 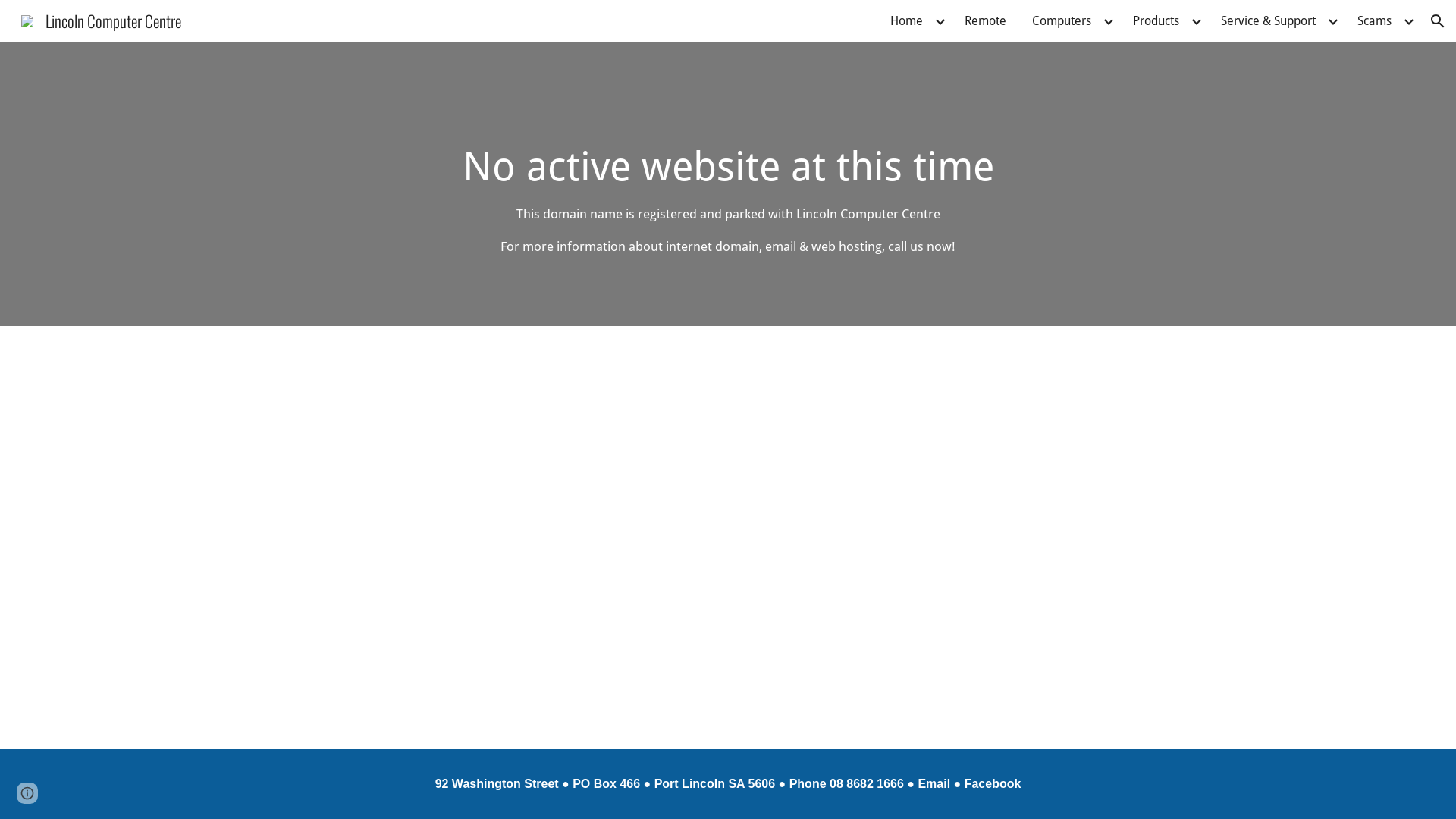 What do you see at coordinates (985, 20) in the screenshot?
I see `'Remote'` at bounding box center [985, 20].